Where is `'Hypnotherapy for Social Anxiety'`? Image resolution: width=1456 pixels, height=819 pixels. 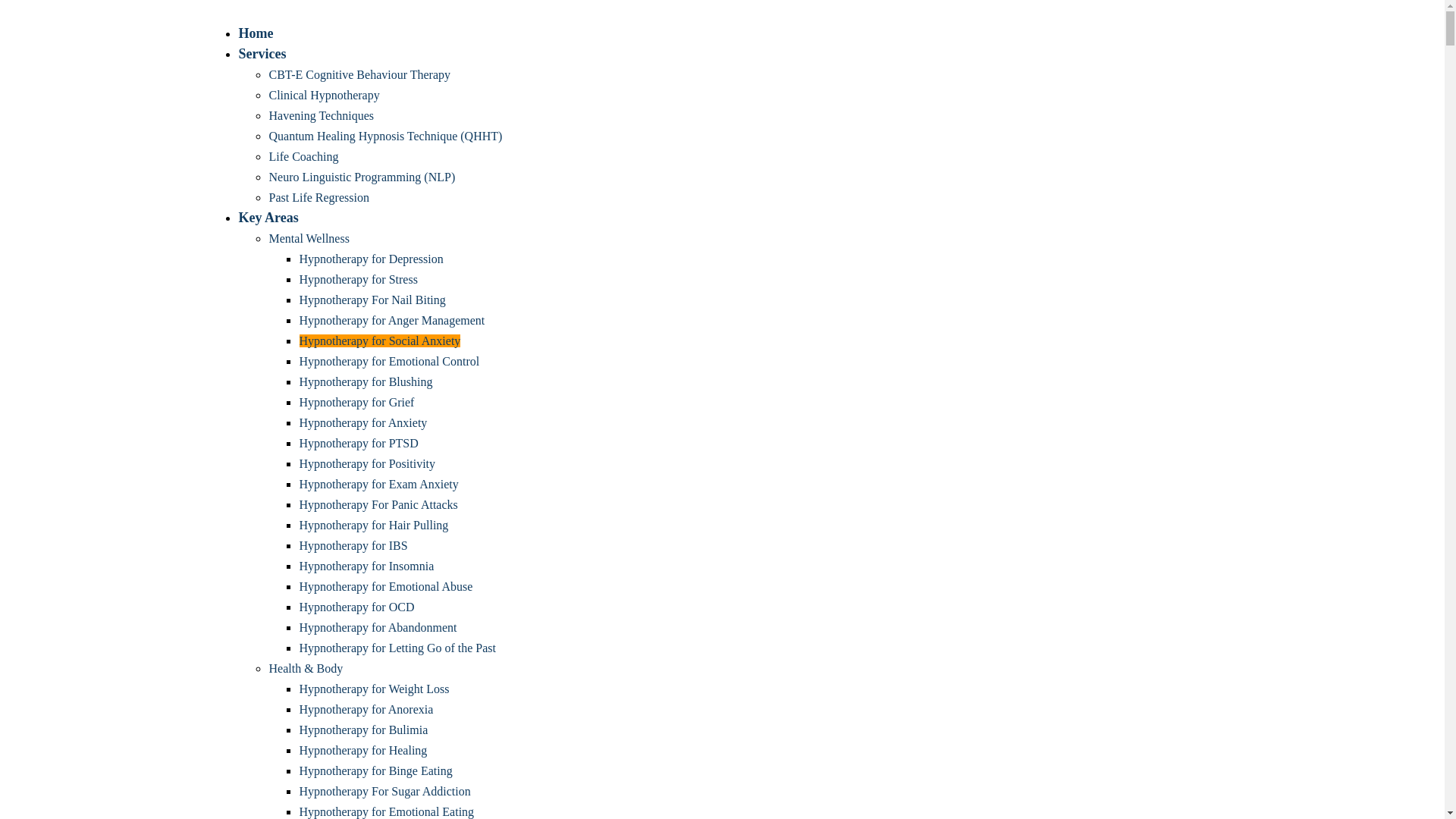
'Hypnotherapy for Social Anxiety' is located at coordinates (379, 340).